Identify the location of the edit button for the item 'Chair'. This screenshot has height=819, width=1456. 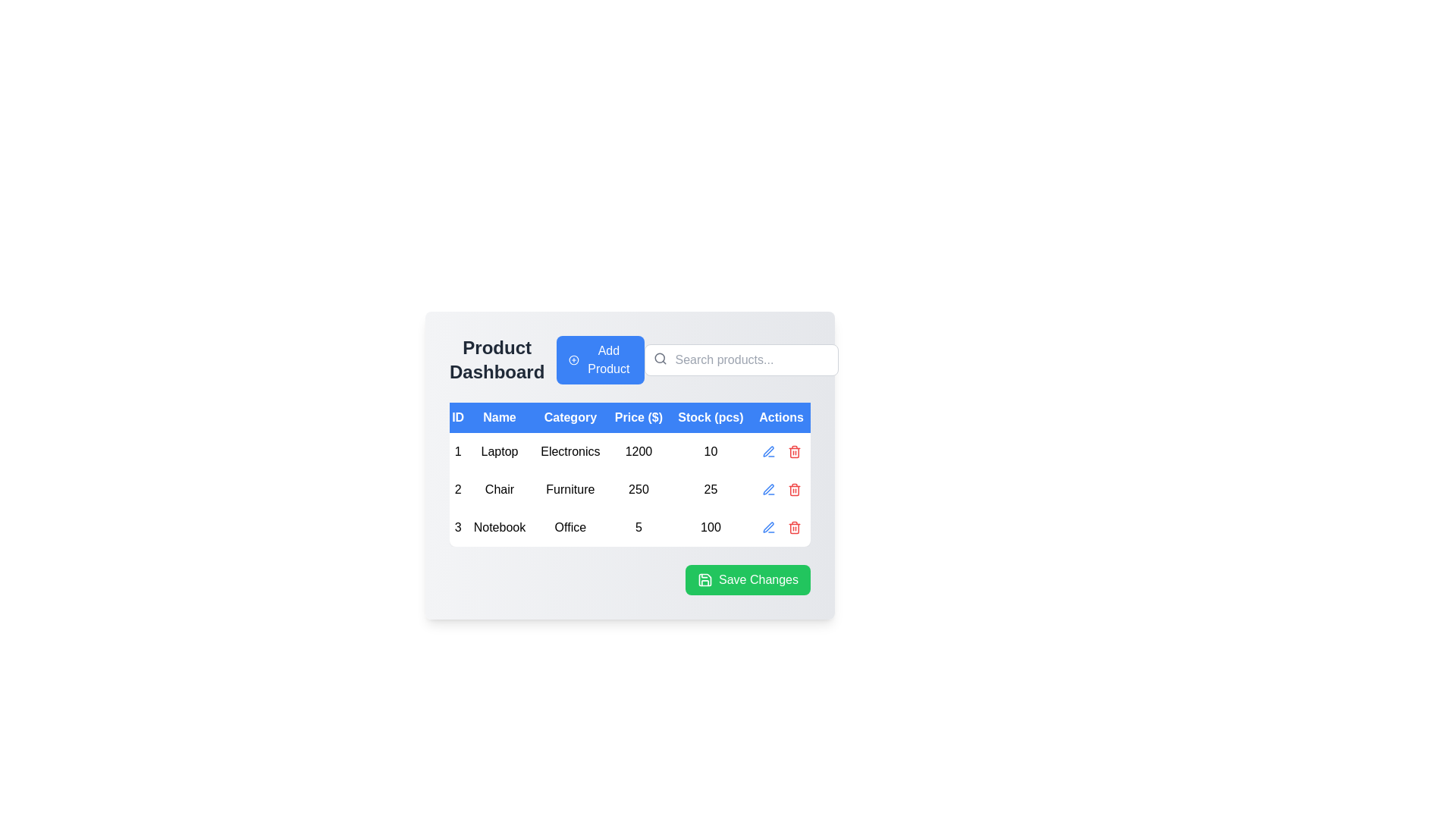
(768, 489).